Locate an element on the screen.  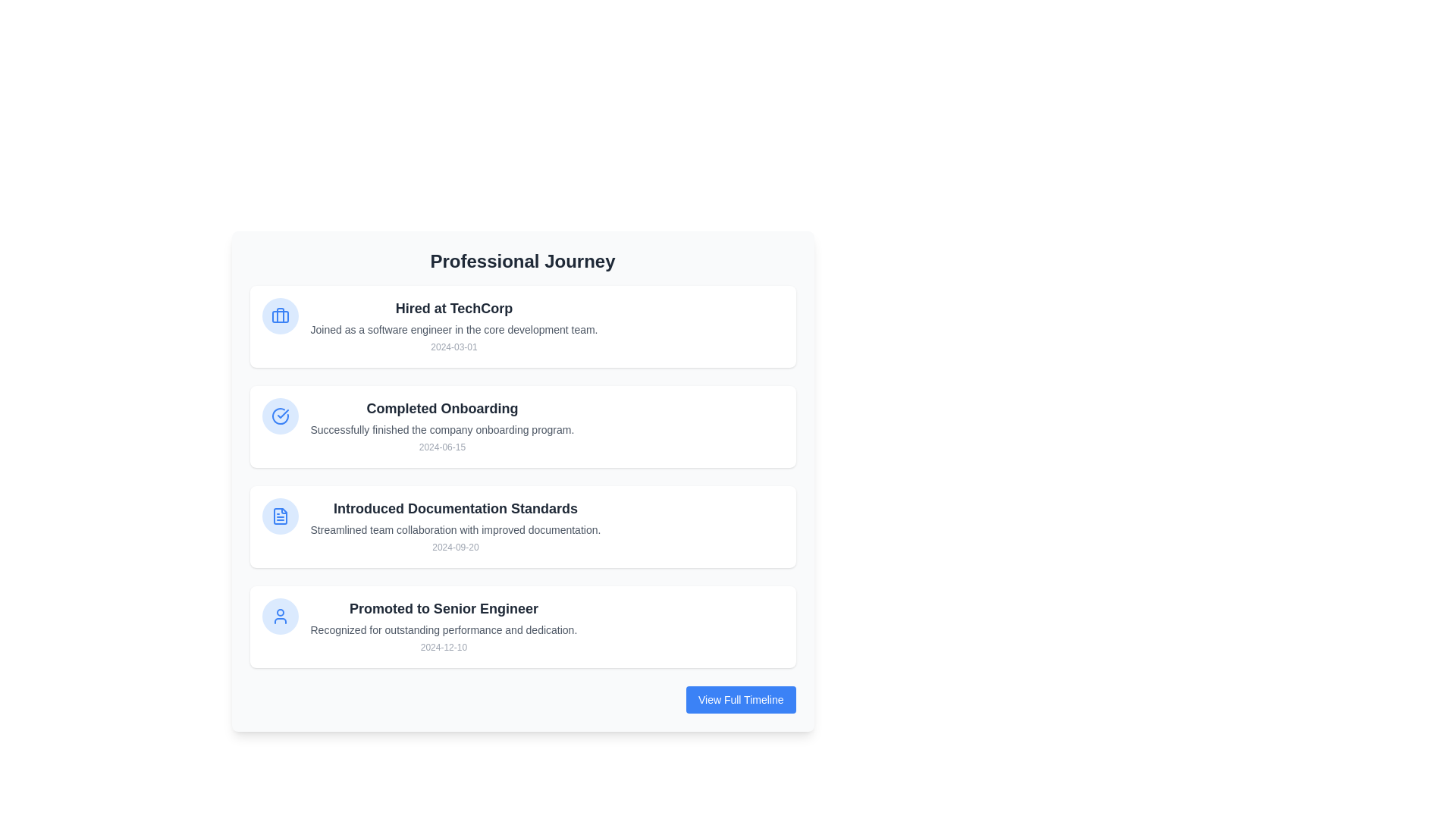
the Text Display Area that provides information about the milestone 'Completed Onboarding', located in the second card of a vertical list, between 'Hired at TechCorp' and 'Introduced Documentation Standards' is located at coordinates (441, 427).